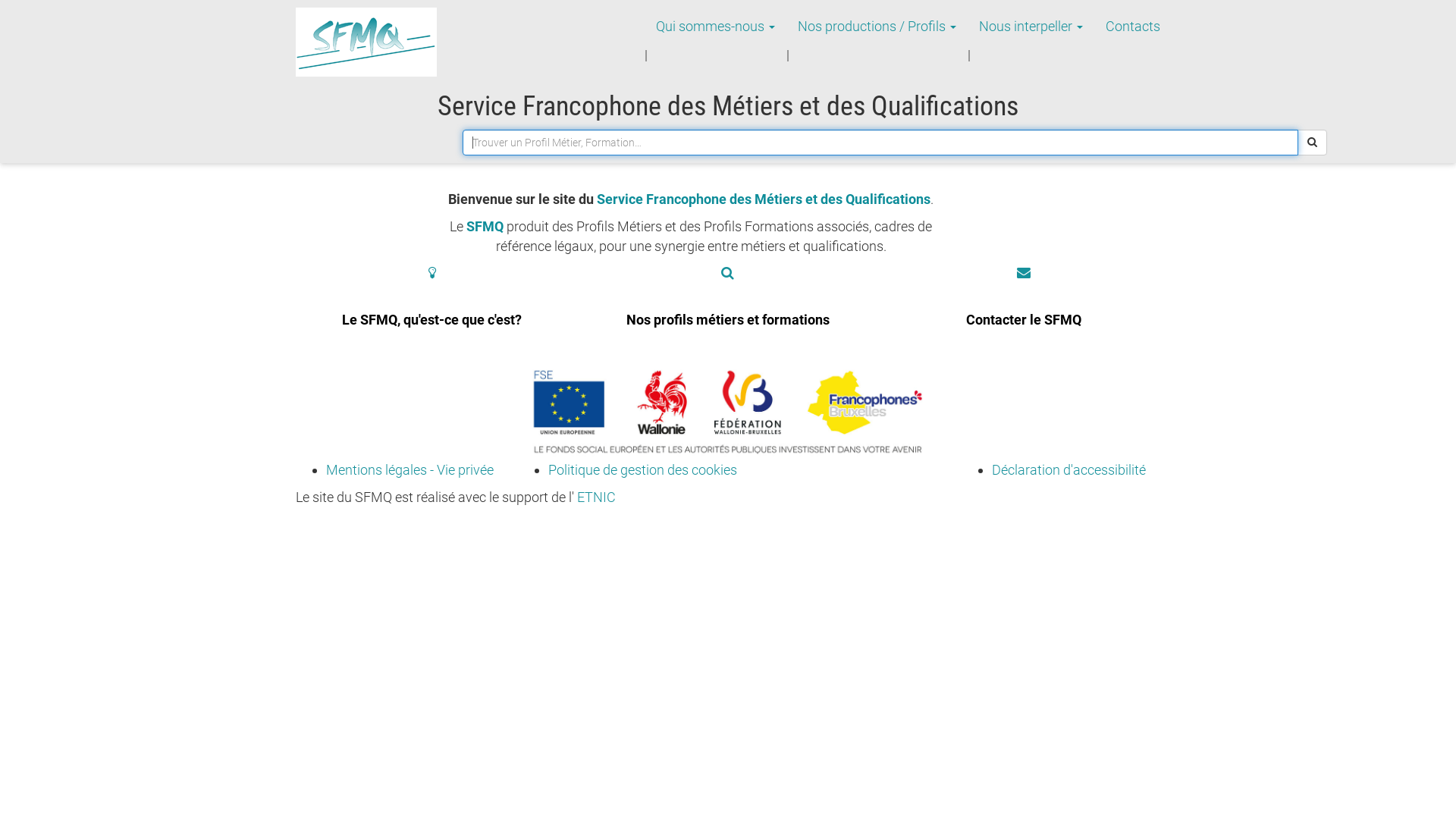  Describe the element at coordinates (595, 497) in the screenshot. I see `'ETNIC'` at that location.